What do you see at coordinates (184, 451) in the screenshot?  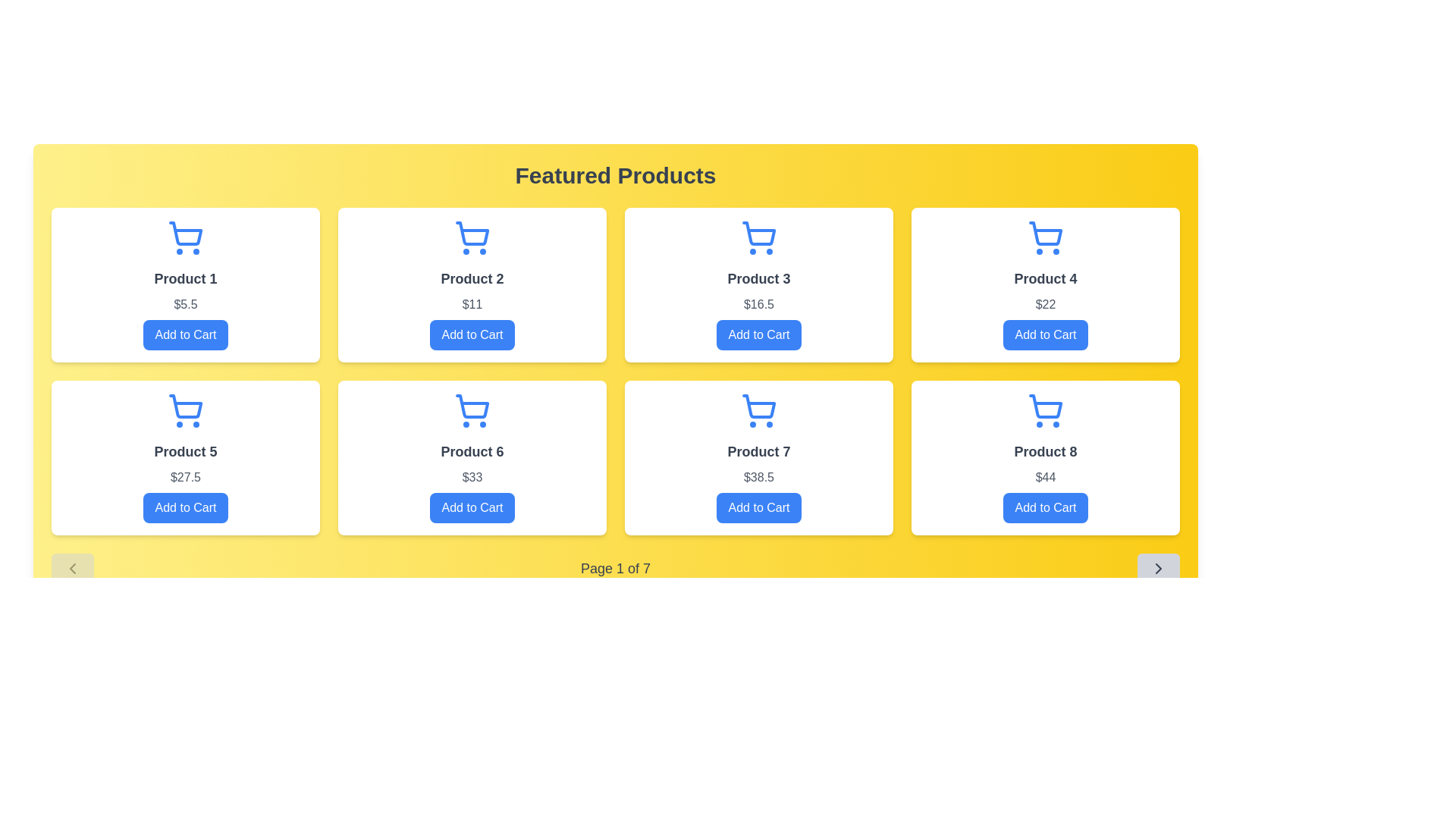 I see `the bold, centered text label 'Product 5' which is positioned below the product icon and above the price label within its card in the second row, first column of the product grid layout` at bounding box center [184, 451].